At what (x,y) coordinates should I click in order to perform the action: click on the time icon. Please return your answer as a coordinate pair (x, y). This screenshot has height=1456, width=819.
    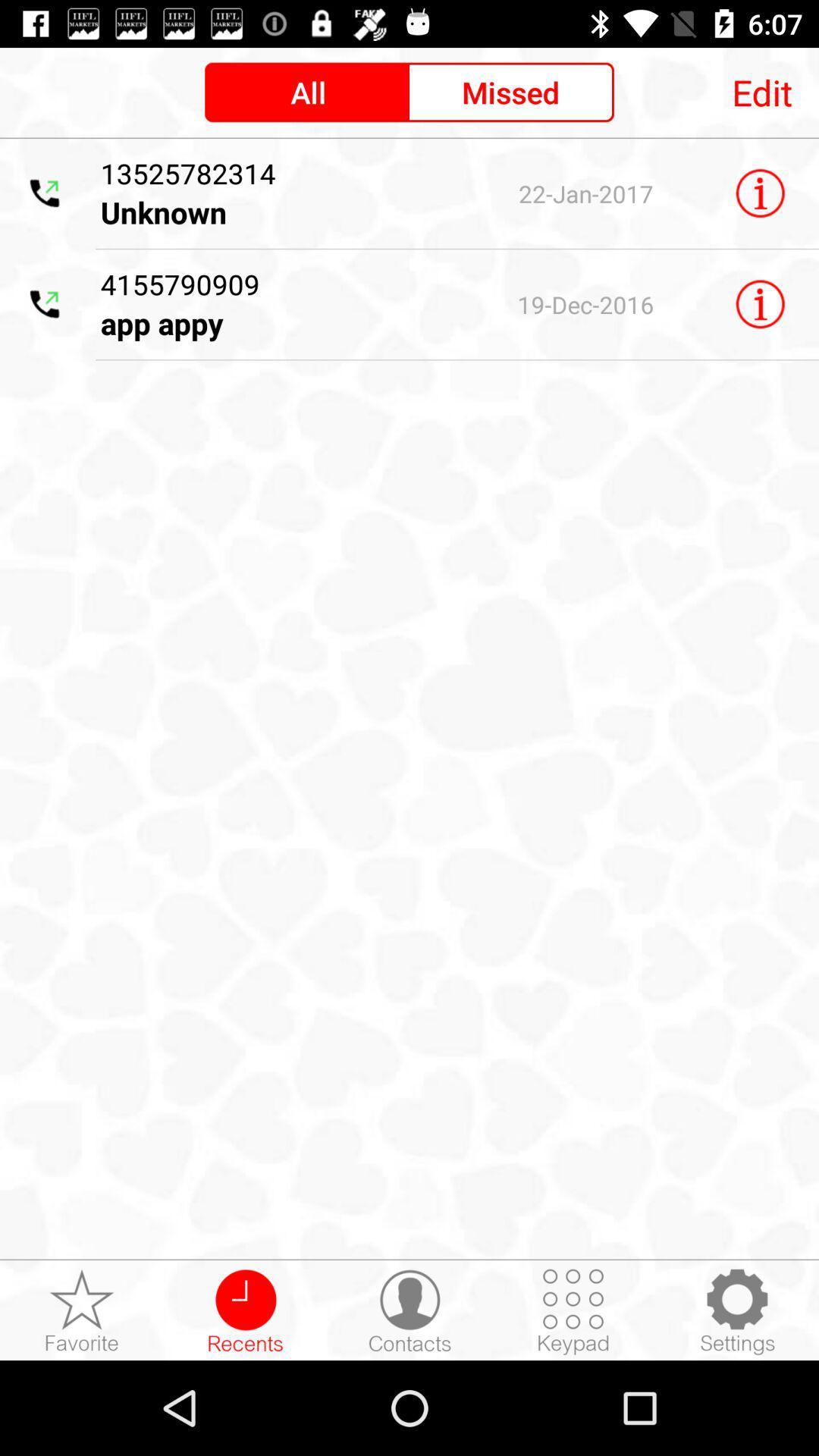
    Looking at the image, I should click on (245, 1310).